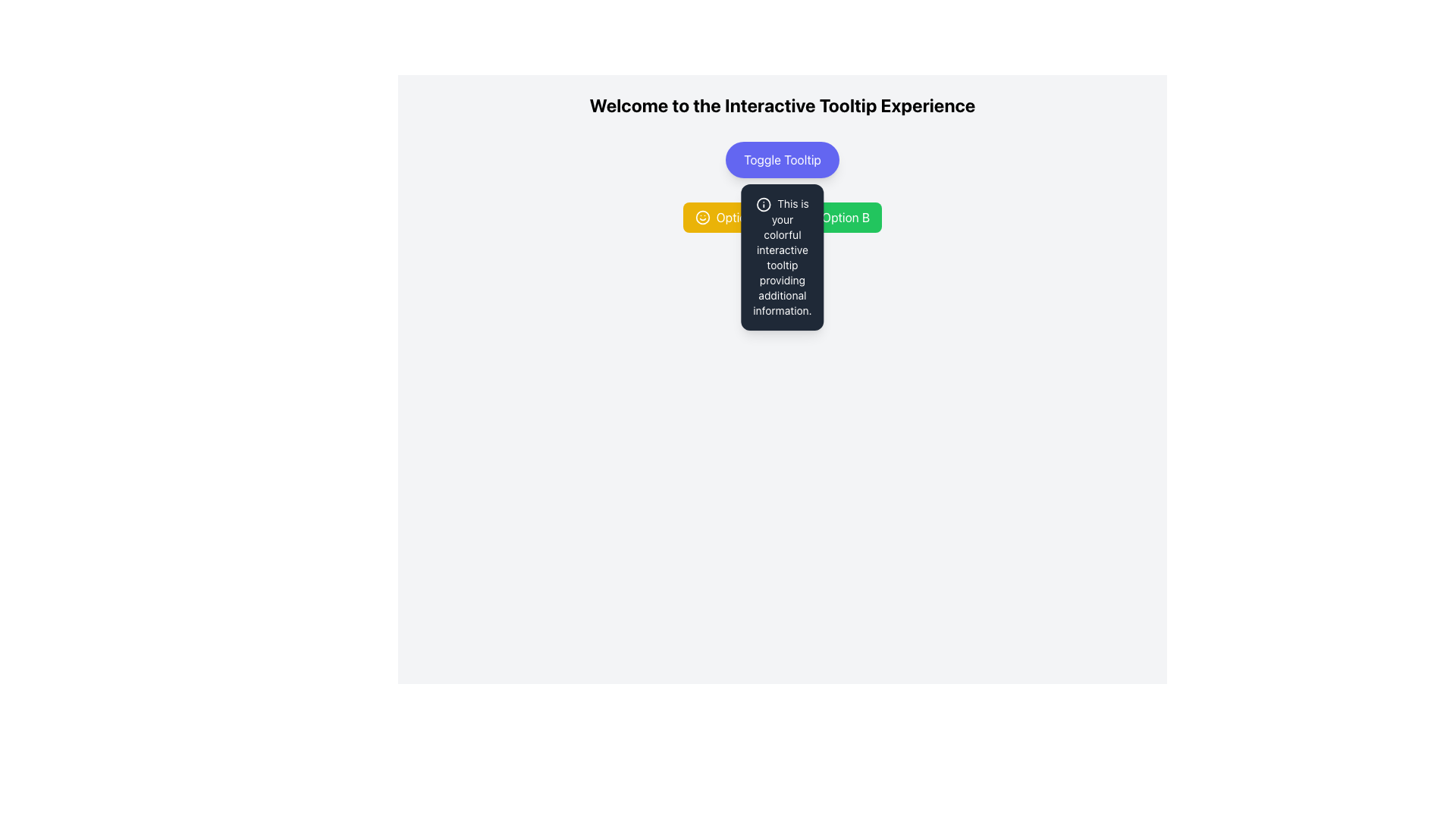 This screenshot has width=1456, height=819. I want to click on the circular graphic element with a yellow fill located in the 'Option A' section, which is aligned centrally along the vertical axis, so click(701, 217).